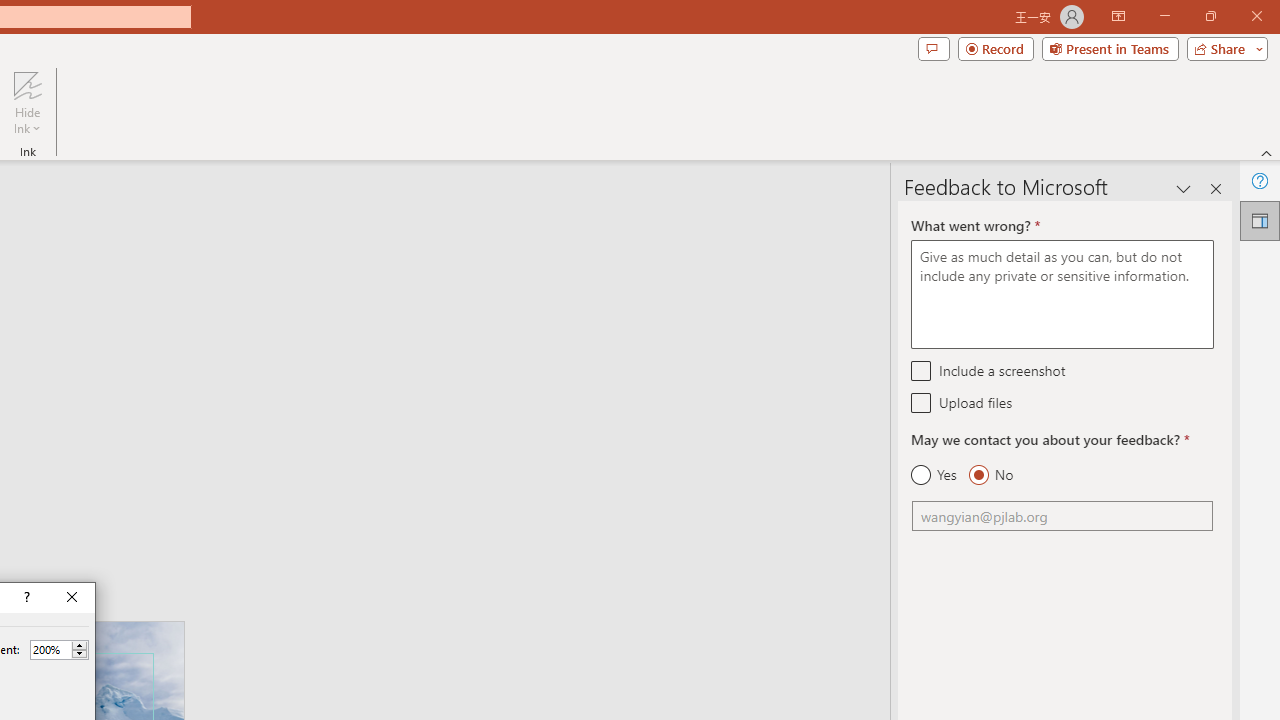 The width and height of the screenshot is (1280, 720). Describe the element at coordinates (990, 475) in the screenshot. I see `'No'` at that location.